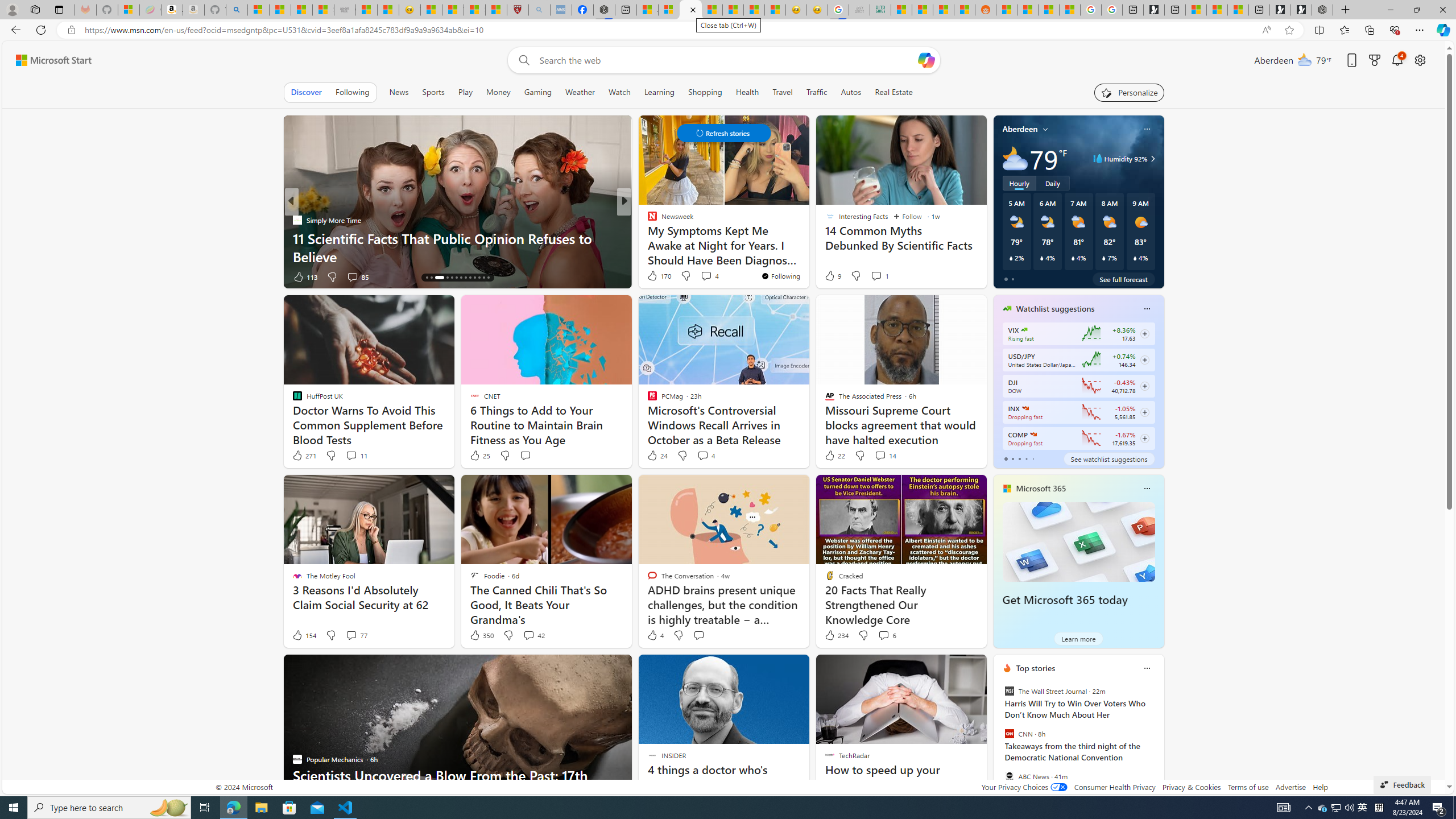 Image resolution: width=1456 pixels, height=819 pixels. What do you see at coordinates (1045, 128) in the screenshot?
I see `'My location'` at bounding box center [1045, 128].